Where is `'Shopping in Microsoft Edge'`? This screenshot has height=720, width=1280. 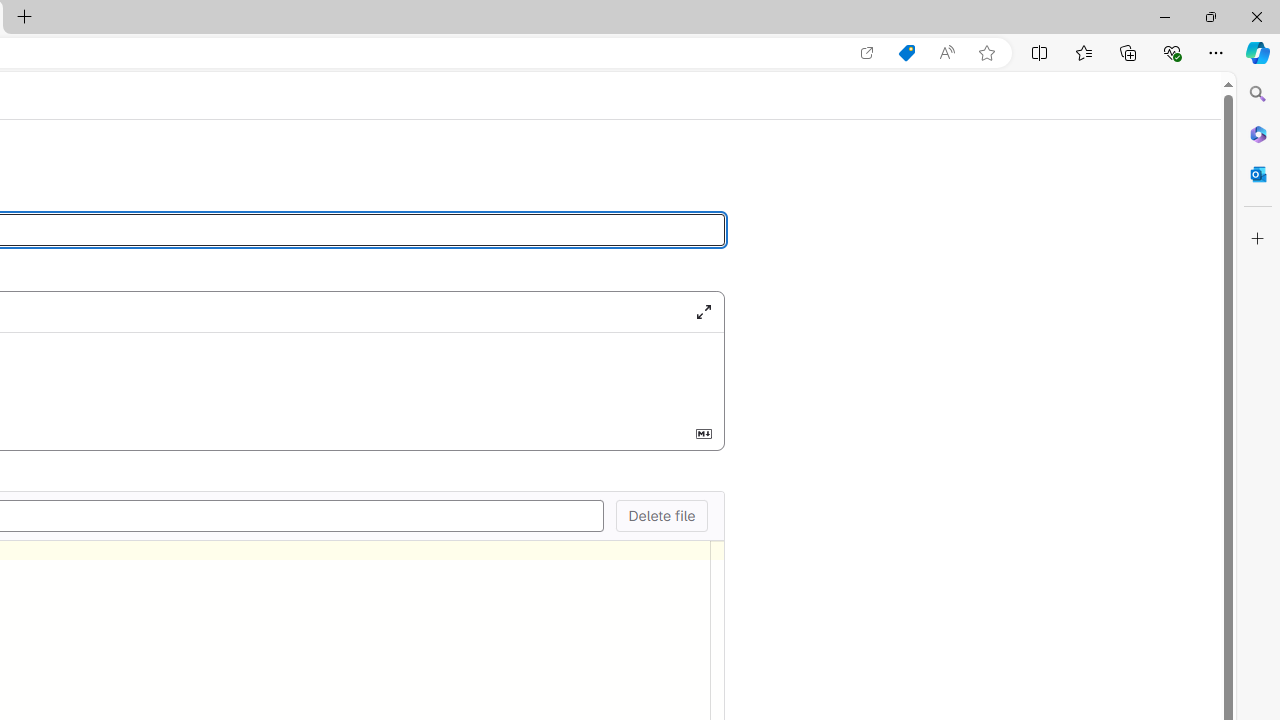 'Shopping in Microsoft Edge' is located at coordinates (905, 52).